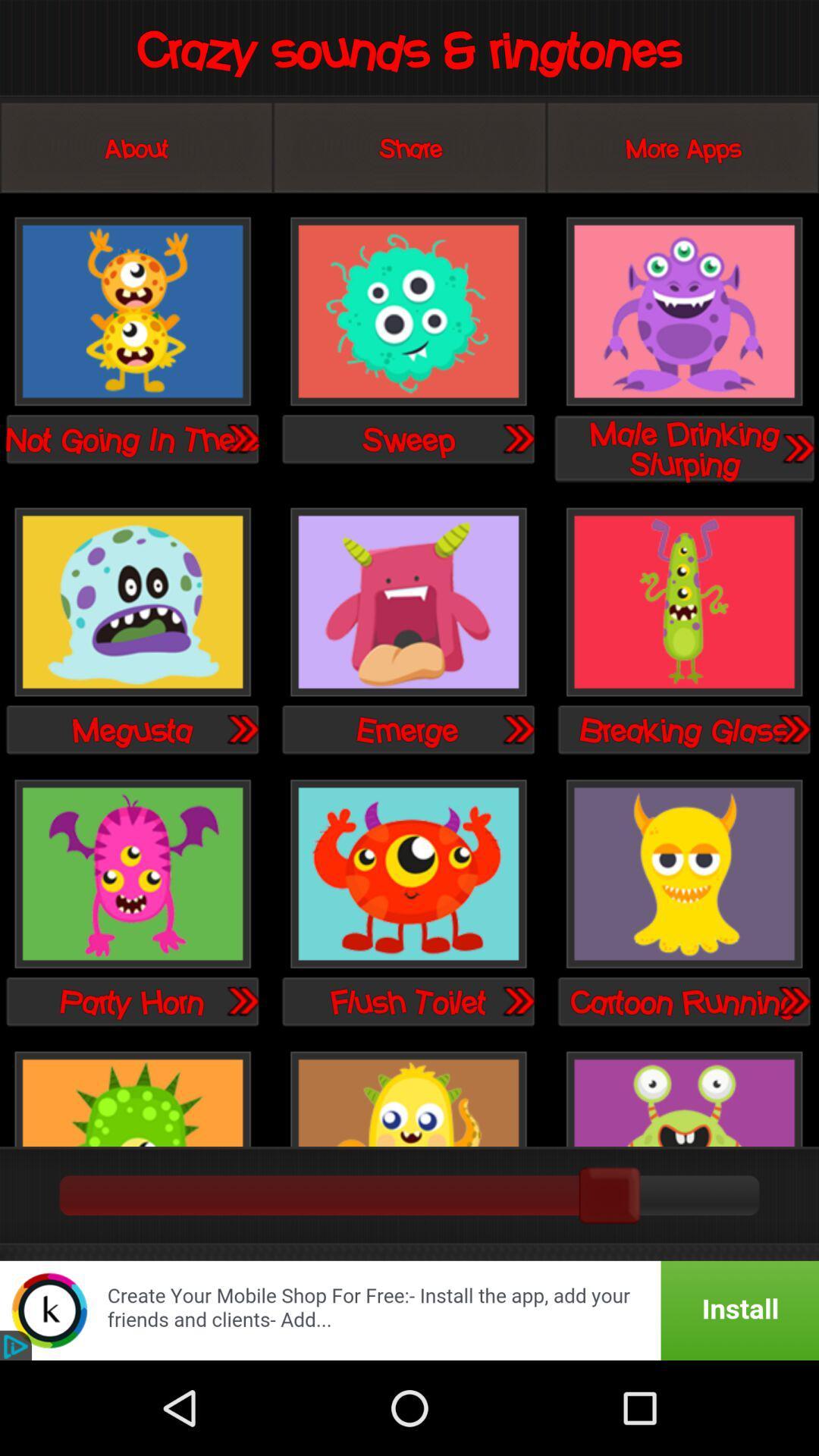 Image resolution: width=819 pixels, height=1456 pixels. What do you see at coordinates (241, 438) in the screenshot?
I see `go next` at bounding box center [241, 438].